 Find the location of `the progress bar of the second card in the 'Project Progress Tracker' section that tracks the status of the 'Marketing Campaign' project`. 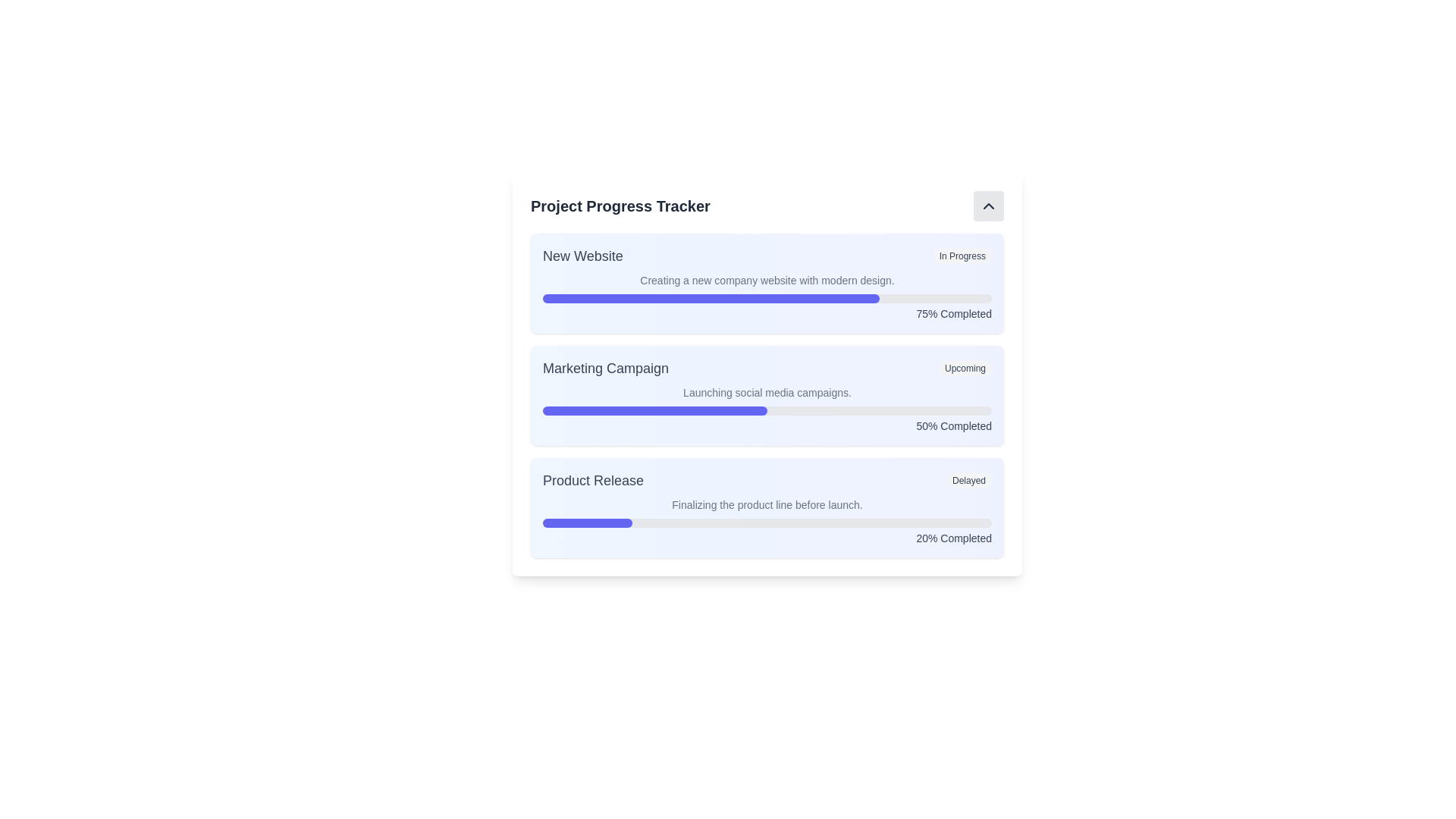

the progress bar of the second card in the 'Project Progress Tracker' section that tracks the status of the 'Marketing Campaign' project is located at coordinates (767, 394).